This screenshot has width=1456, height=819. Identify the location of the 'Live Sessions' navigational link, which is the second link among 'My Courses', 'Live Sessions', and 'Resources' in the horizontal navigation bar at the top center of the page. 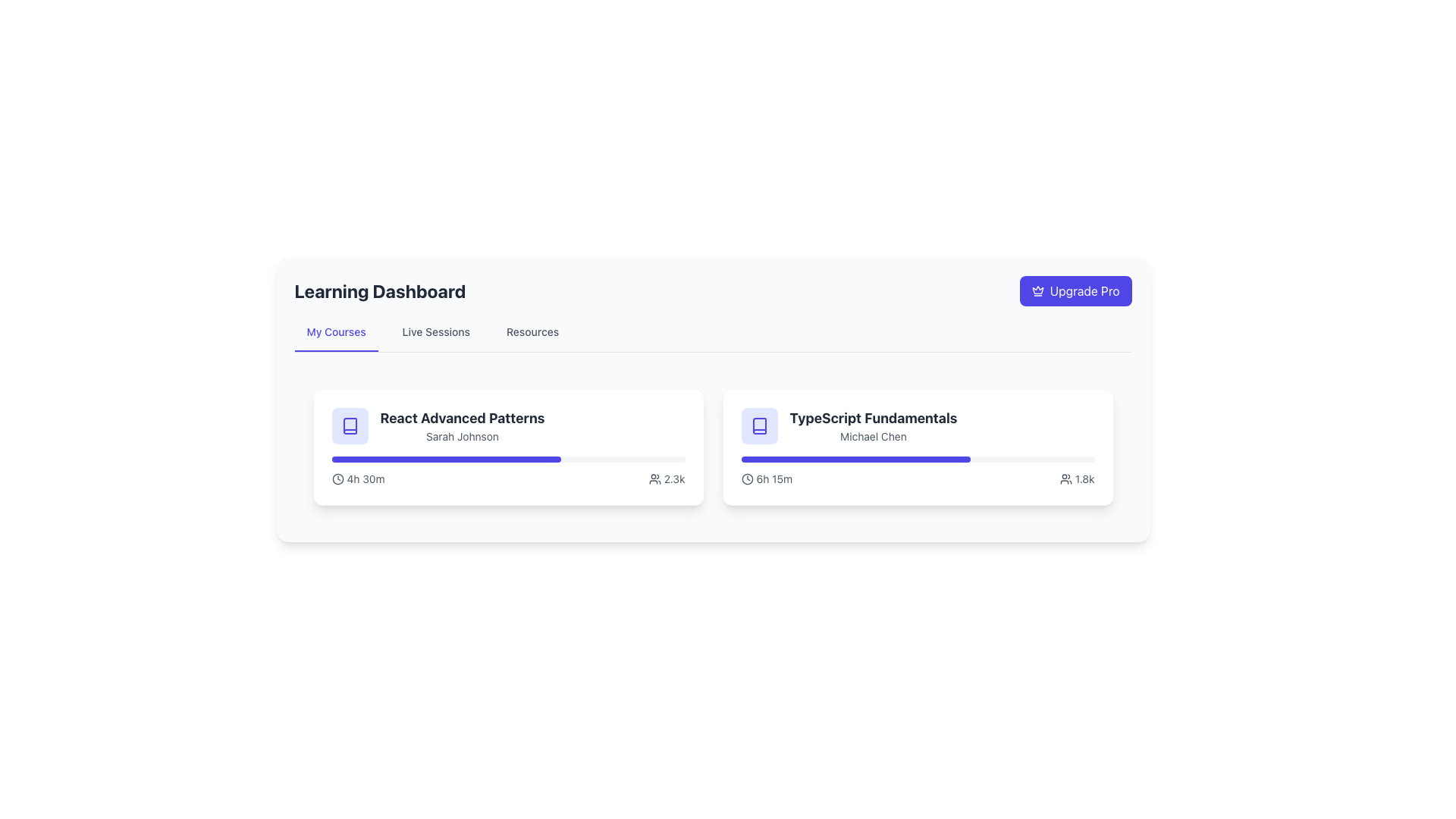
(435, 337).